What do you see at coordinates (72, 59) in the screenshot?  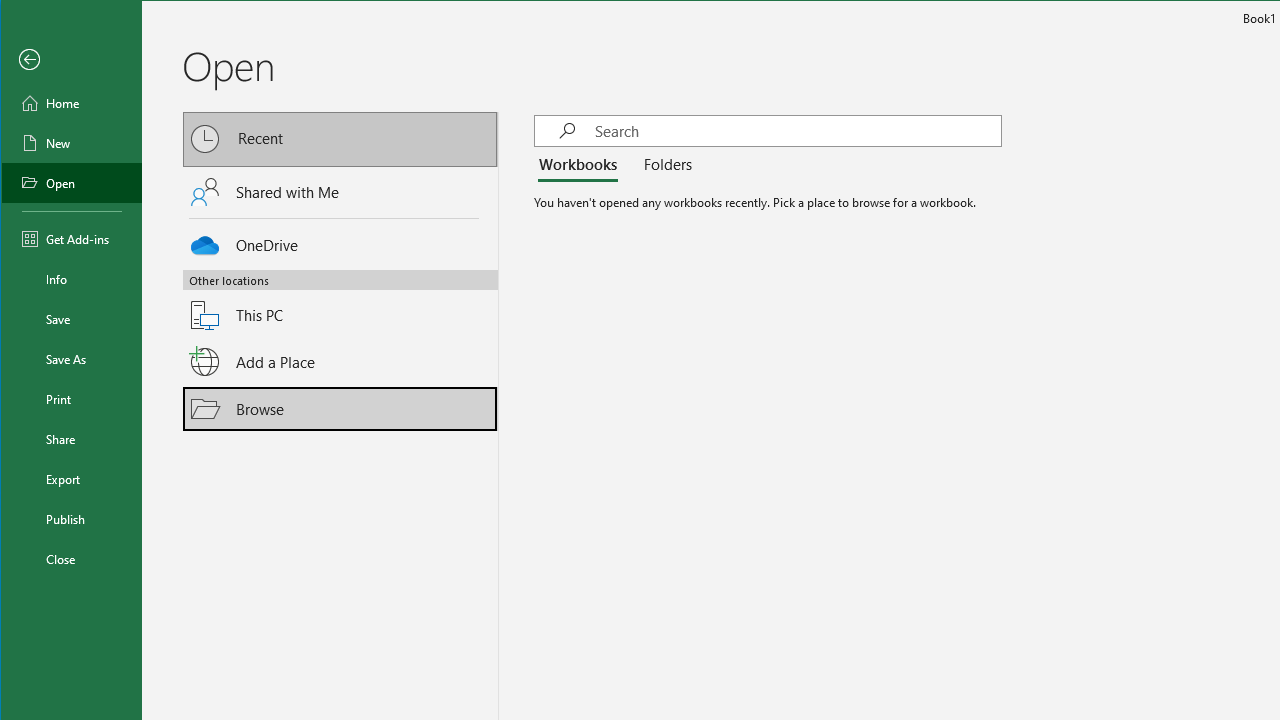 I see `'Back'` at bounding box center [72, 59].